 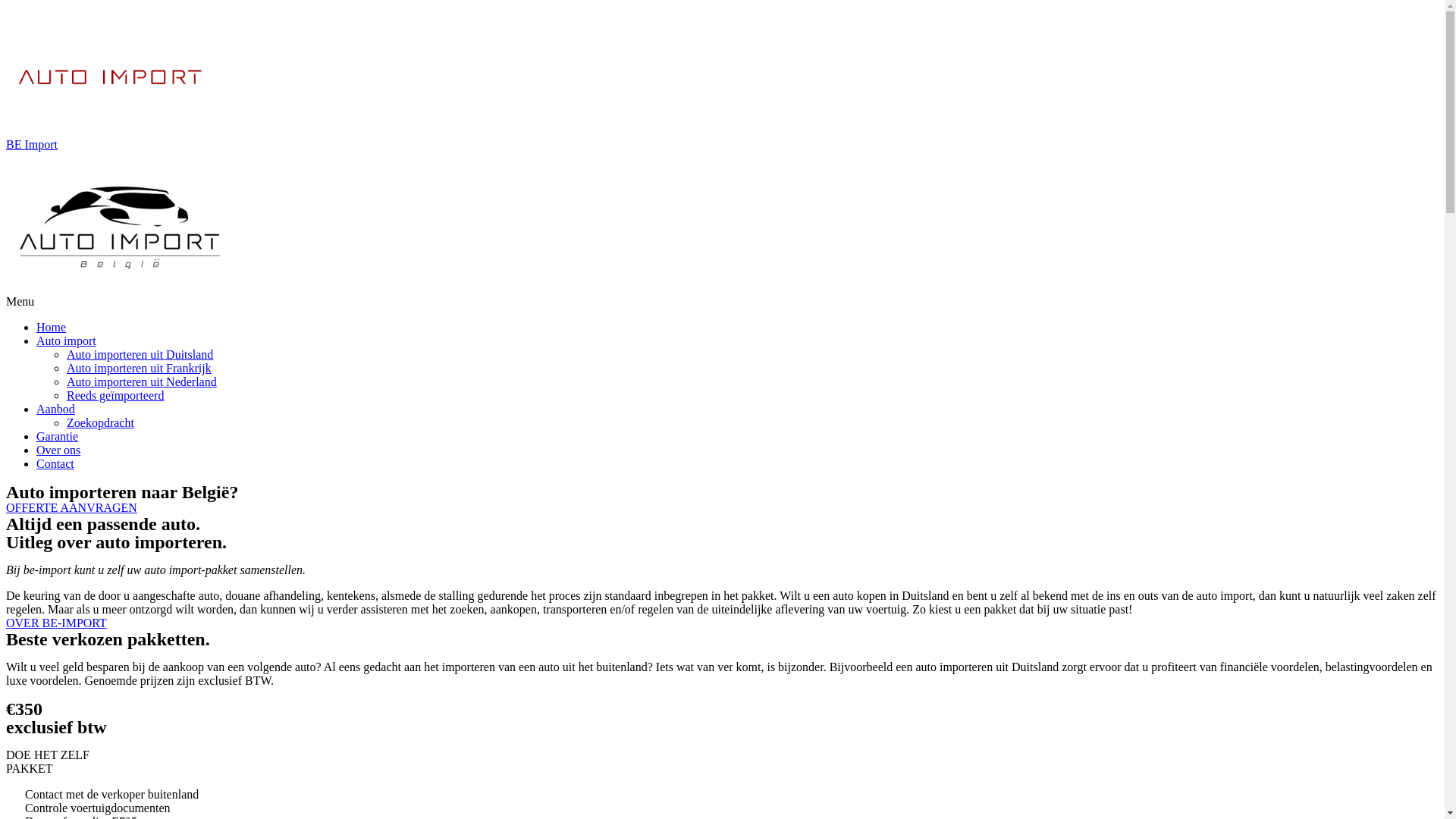 I want to click on 'Home', so click(x=36, y=326).